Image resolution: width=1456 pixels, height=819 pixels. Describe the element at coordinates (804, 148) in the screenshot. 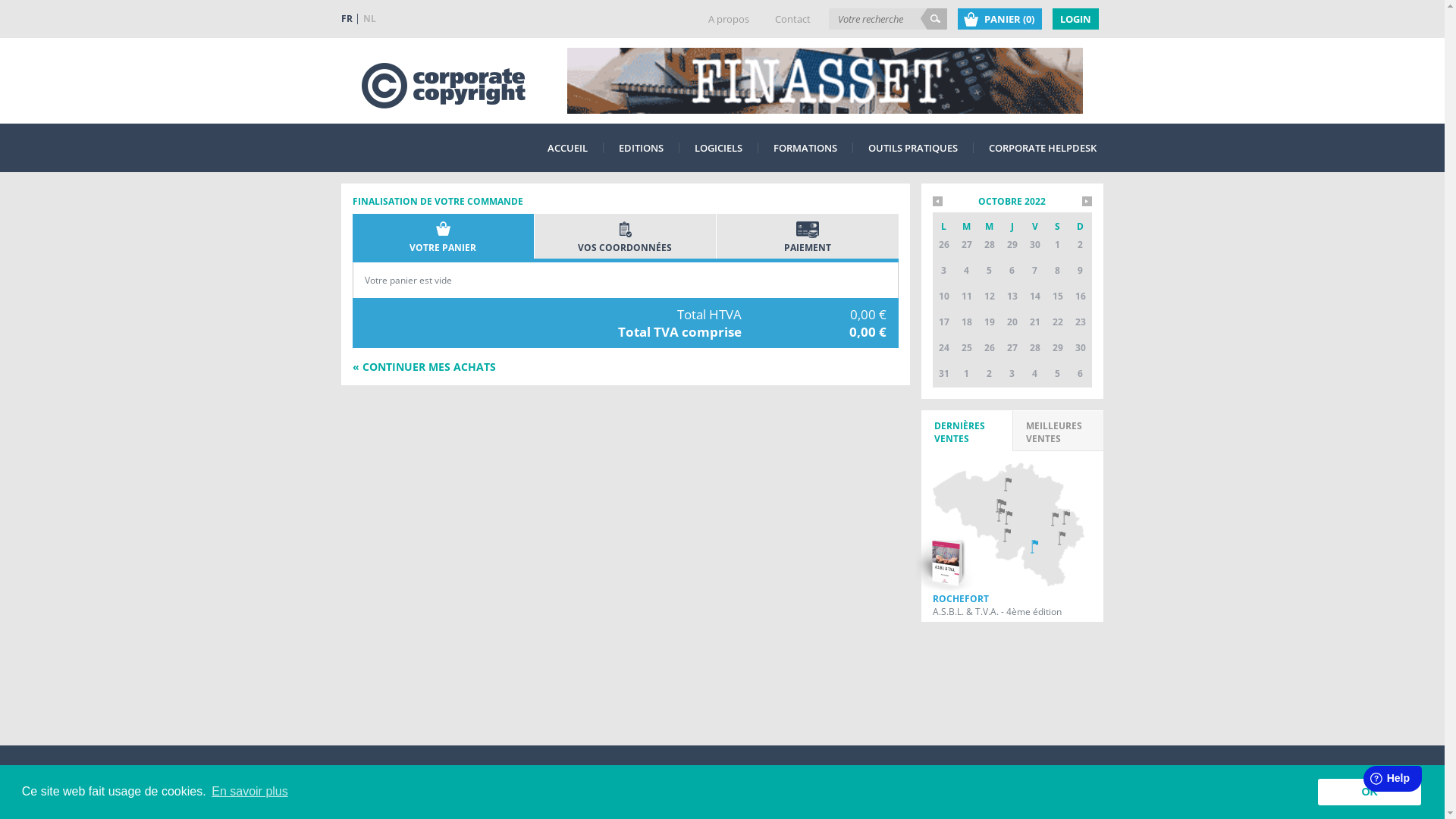

I see `'FORMATIONS'` at that location.